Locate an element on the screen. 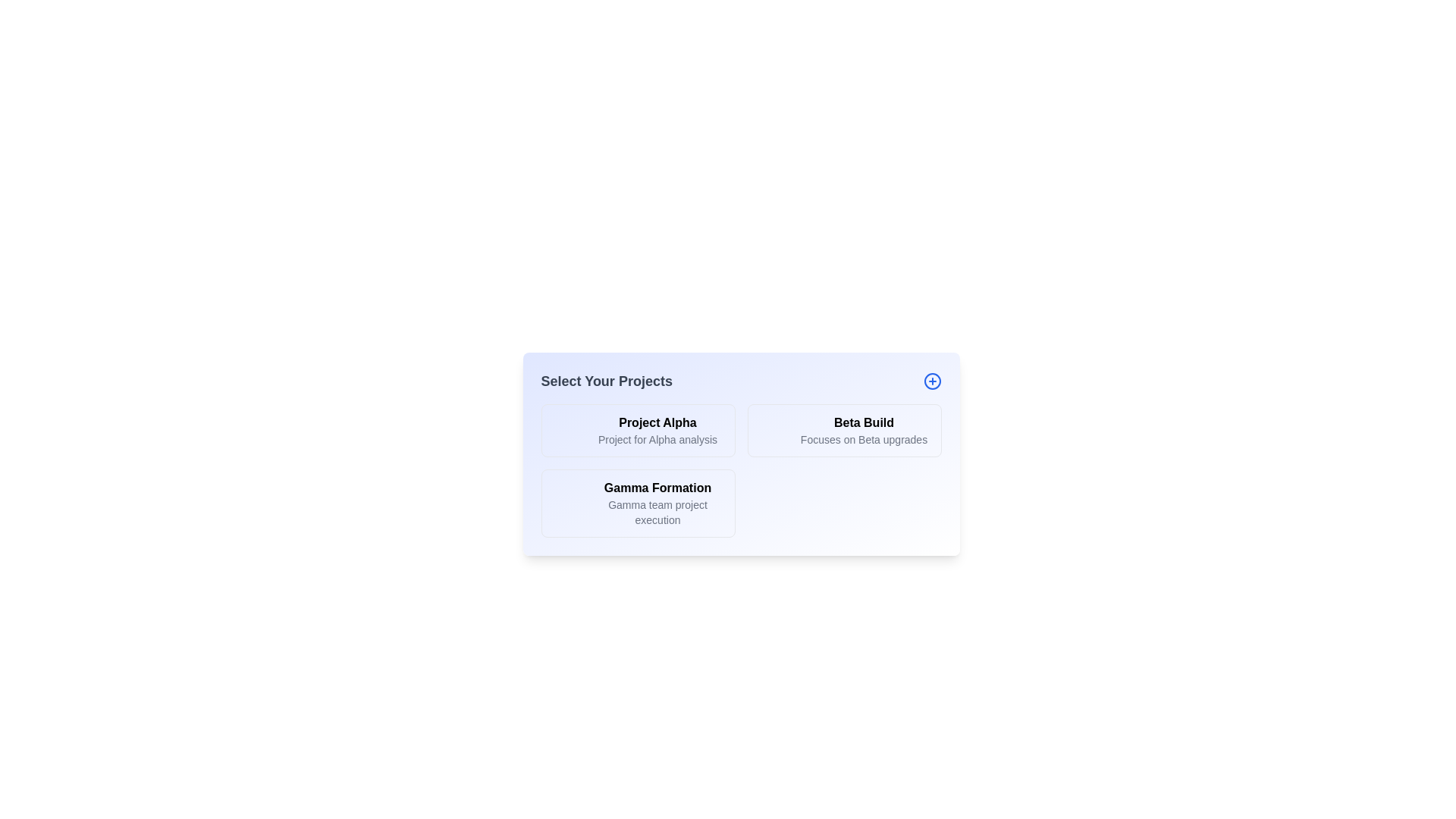 This screenshot has width=1456, height=819. text label that contains 'Project for Alpha analysis', which is styled in small gray text and located below the bolded title 'Project Alpha' is located at coordinates (657, 439).